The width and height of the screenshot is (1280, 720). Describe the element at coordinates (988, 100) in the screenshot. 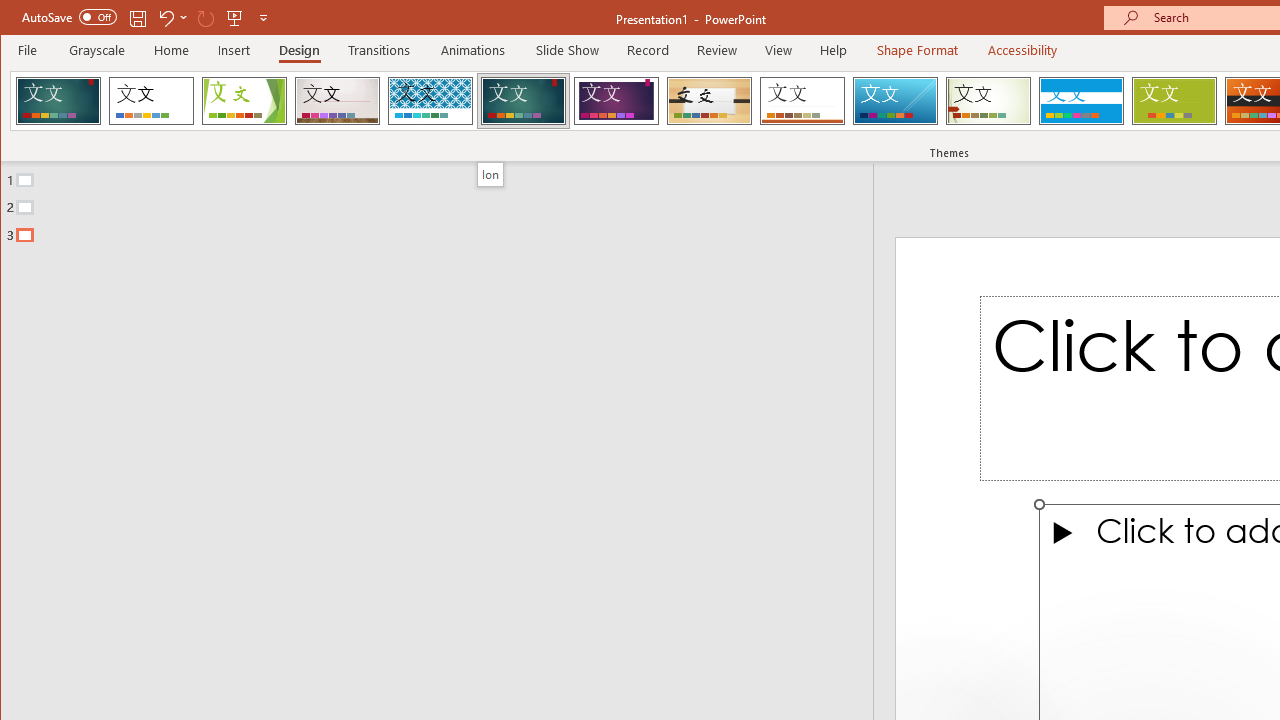

I see `'Wisp'` at that location.